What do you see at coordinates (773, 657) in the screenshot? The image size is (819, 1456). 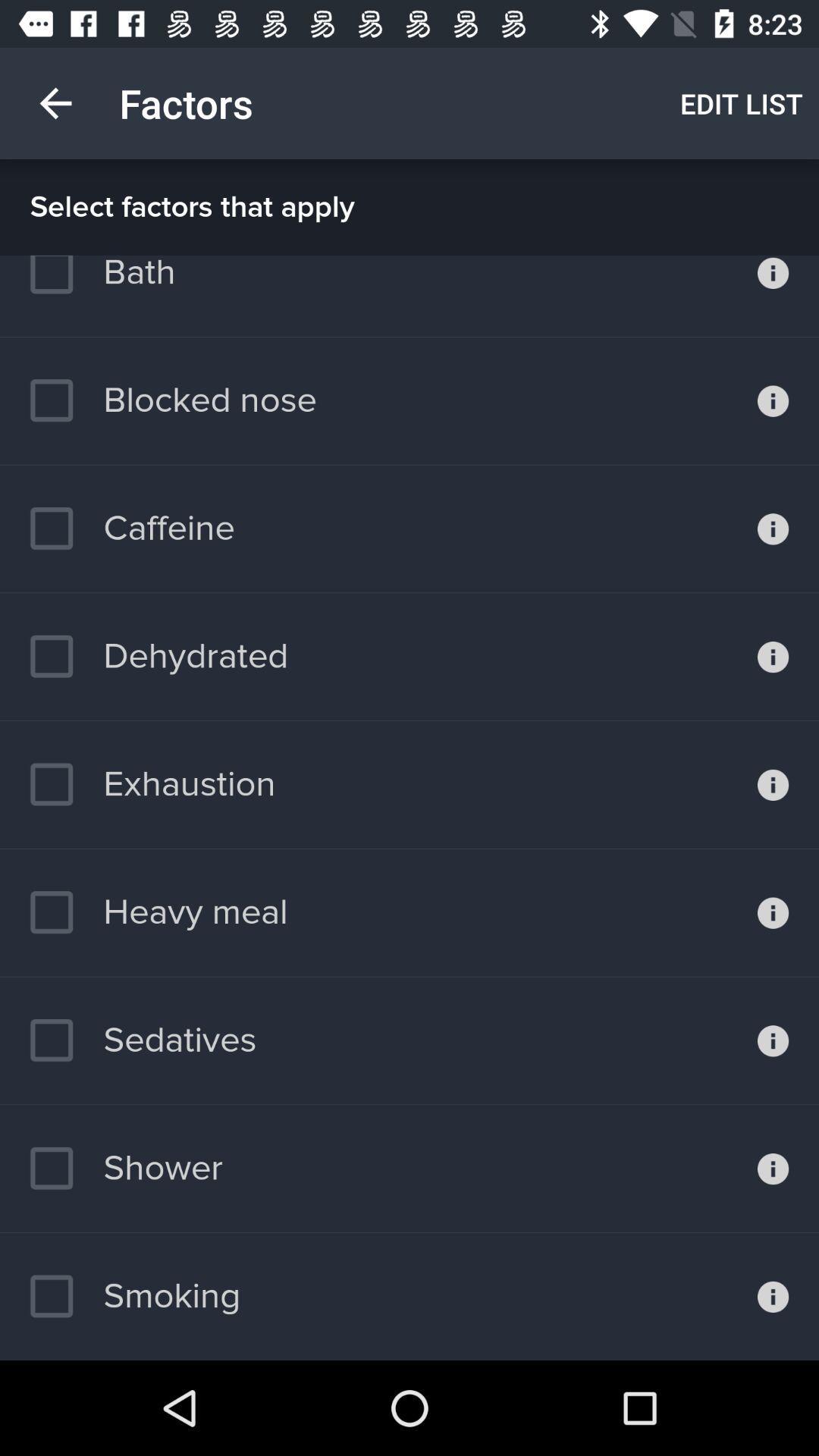 I see `see more information` at bounding box center [773, 657].